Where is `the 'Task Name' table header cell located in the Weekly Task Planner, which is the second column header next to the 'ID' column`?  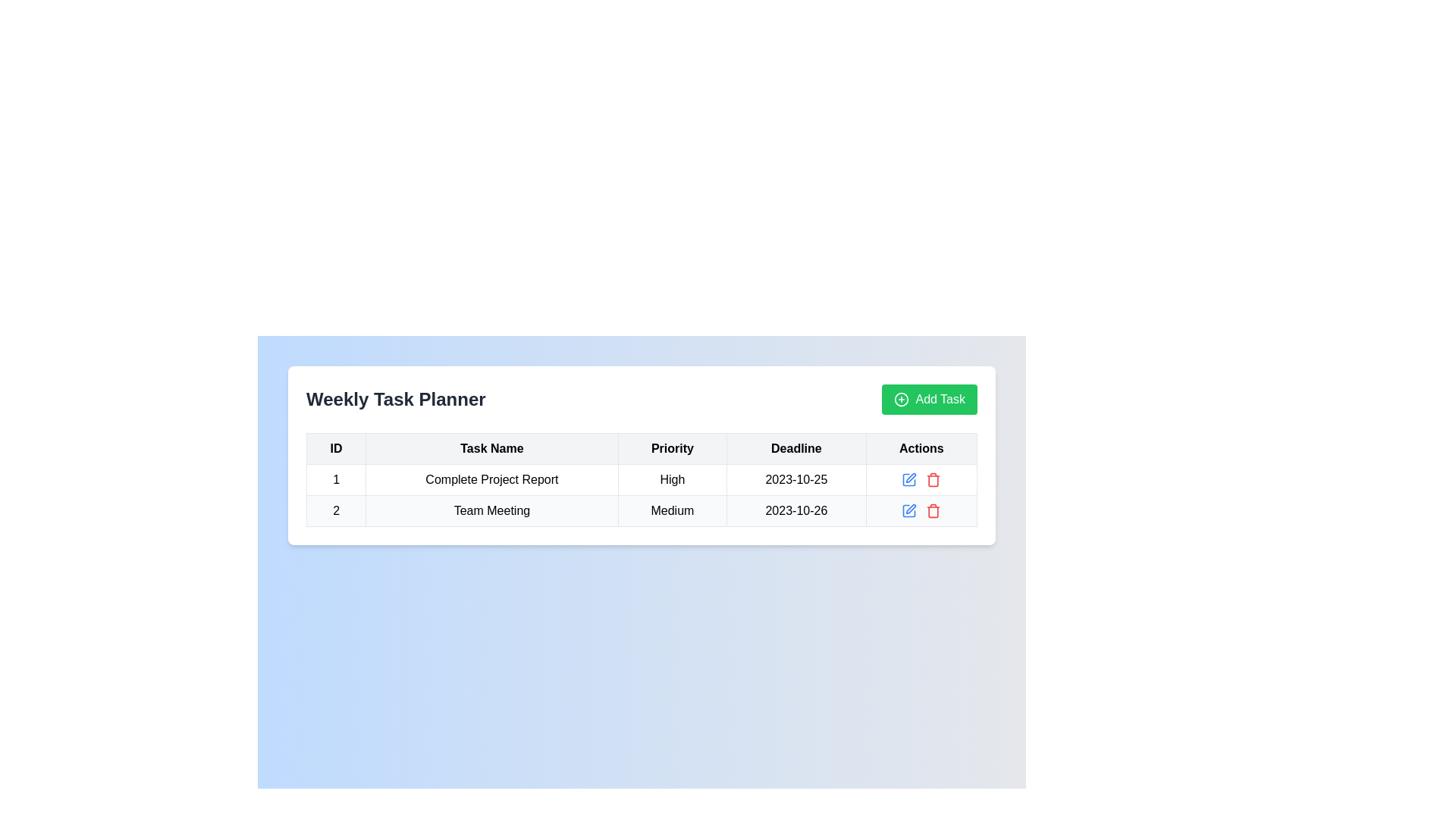
the 'Task Name' table header cell located in the Weekly Task Planner, which is the second column header next to the 'ID' column is located at coordinates (491, 447).